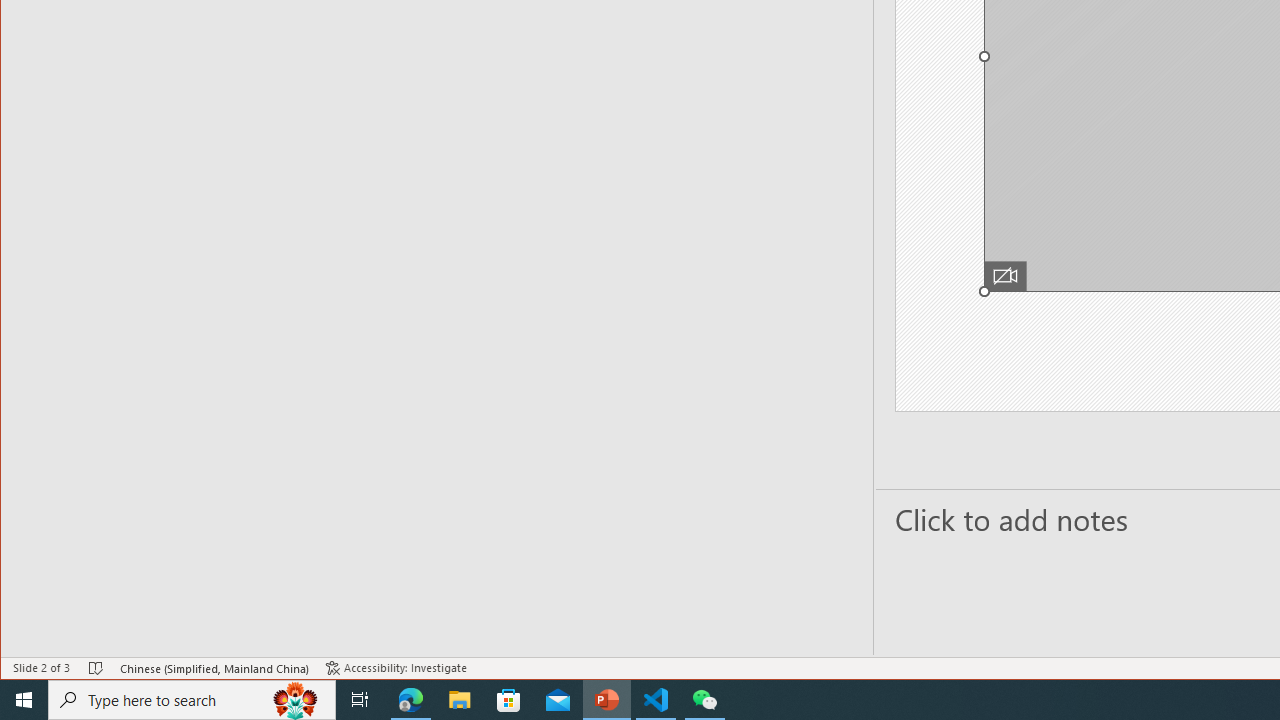 This screenshot has width=1280, height=720. I want to click on 'Spell Check No Errors', so click(95, 668).